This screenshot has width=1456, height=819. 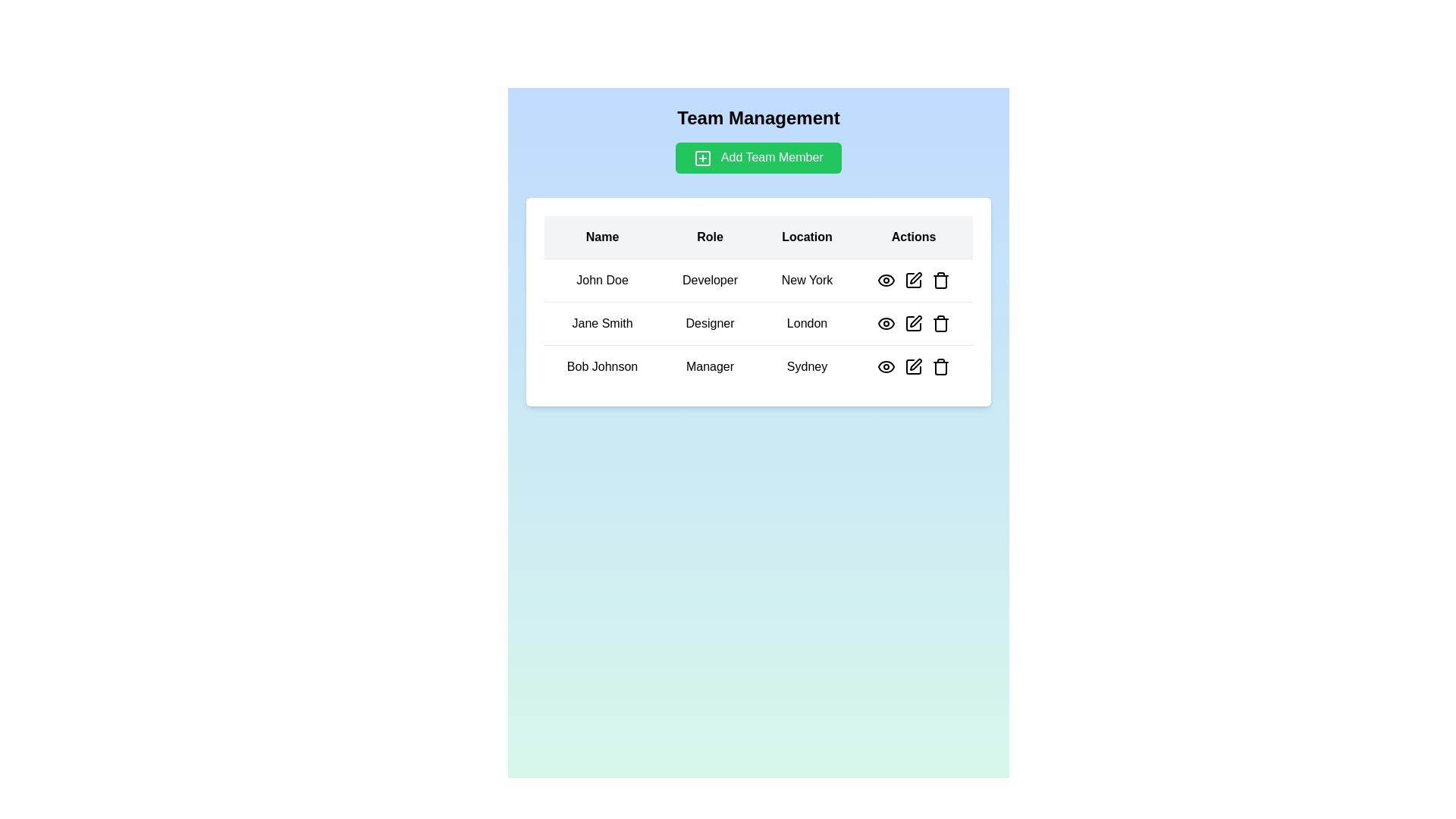 I want to click on the 'view' button located in the second row of the 'Actions' column for the entry associated with 'Jane Smith', so click(x=886, y=322).